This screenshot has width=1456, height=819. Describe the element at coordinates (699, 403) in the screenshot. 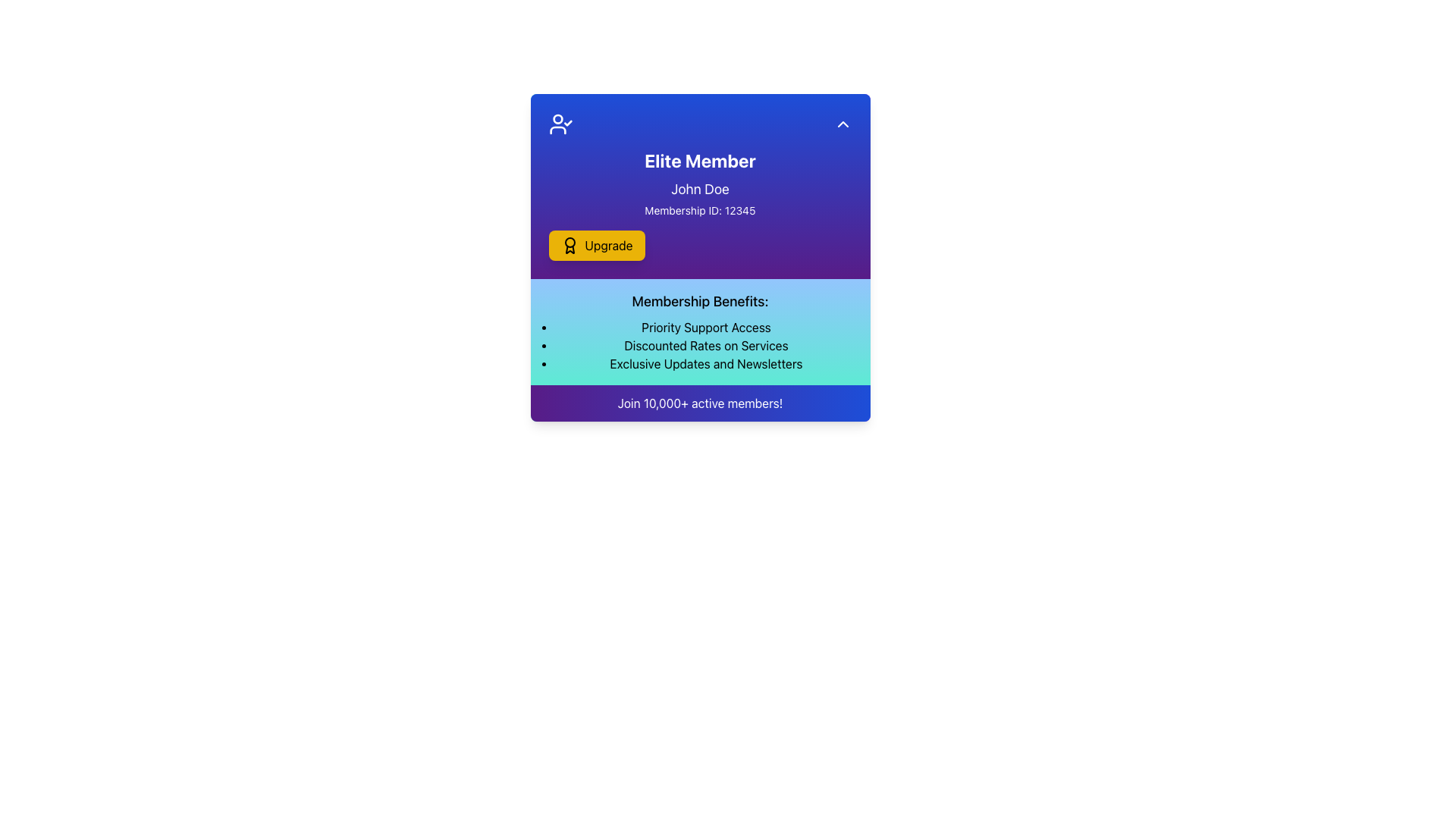

I see `text displayed in the full-width text field that contains the message 'Join 10,000+ active members!' which is styled with white text on a gradient background` at that location.